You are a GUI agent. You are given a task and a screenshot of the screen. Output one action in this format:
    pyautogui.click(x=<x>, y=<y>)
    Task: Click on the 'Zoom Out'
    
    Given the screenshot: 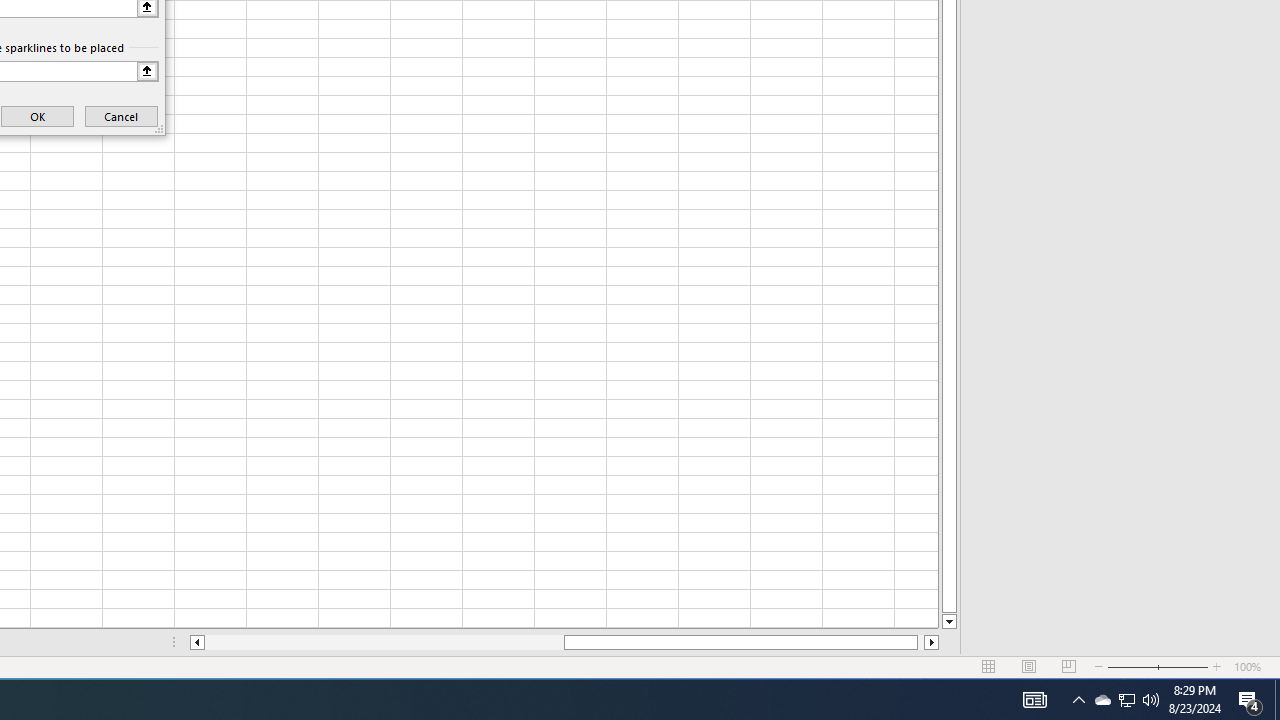 What is the action you would take?
    pyautogui.click(x=1132, y=667)
    